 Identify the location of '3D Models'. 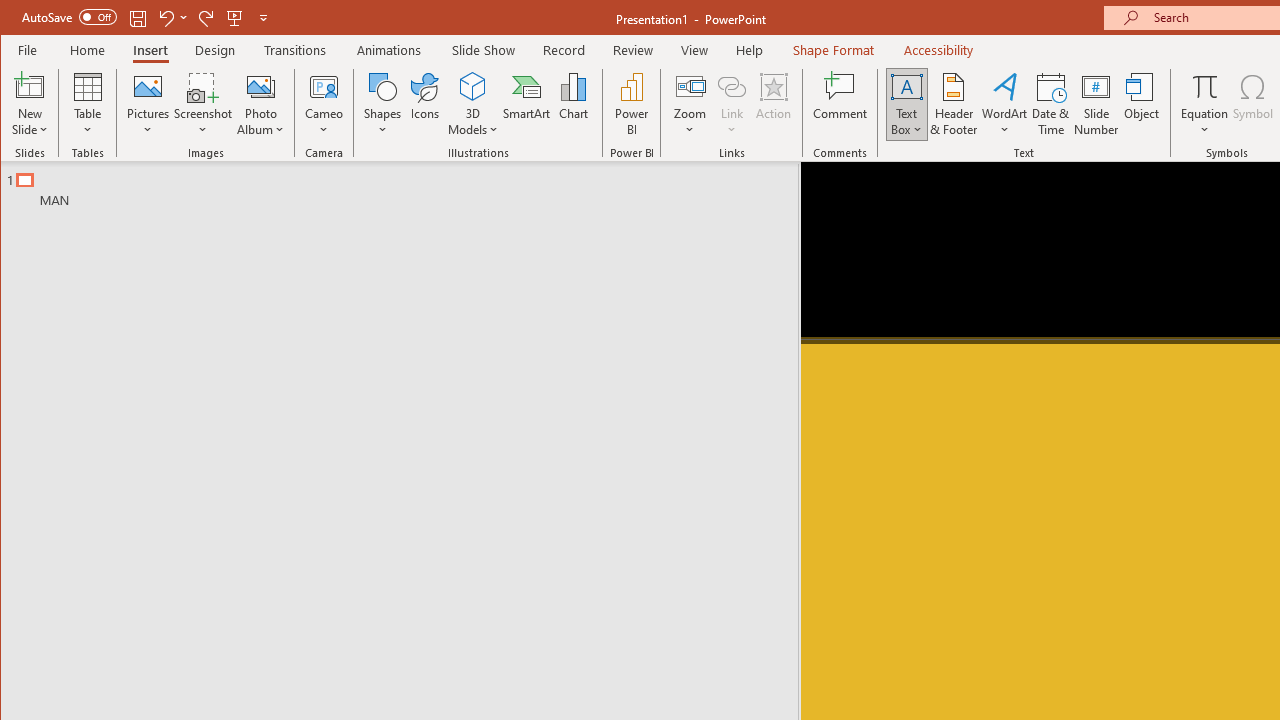
(471, 104).